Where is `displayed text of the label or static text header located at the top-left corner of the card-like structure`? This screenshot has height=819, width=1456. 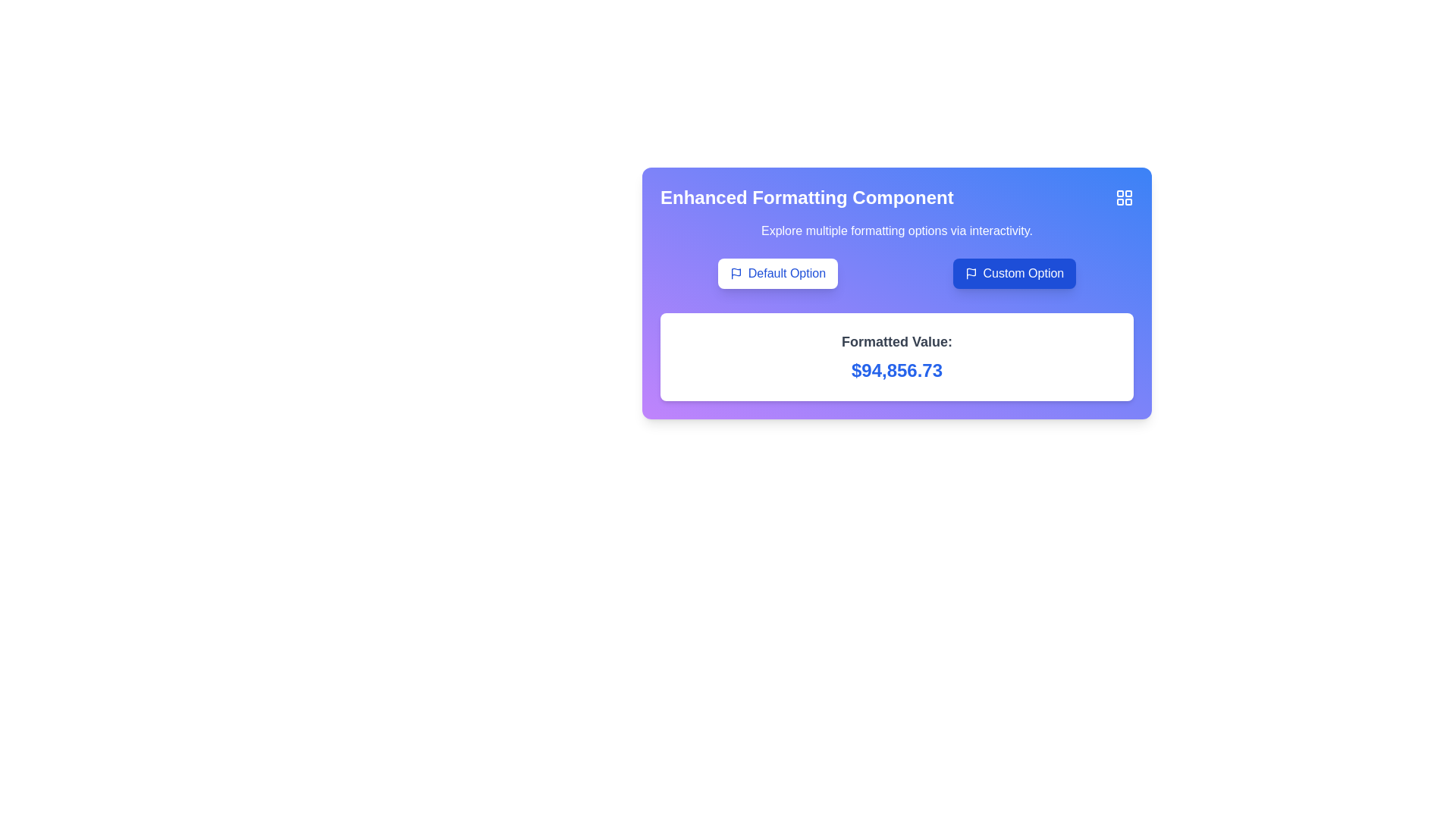
displayed text of the label or static text header located at the top-left corner of the card-like structure is located at coordinates (806, 197).